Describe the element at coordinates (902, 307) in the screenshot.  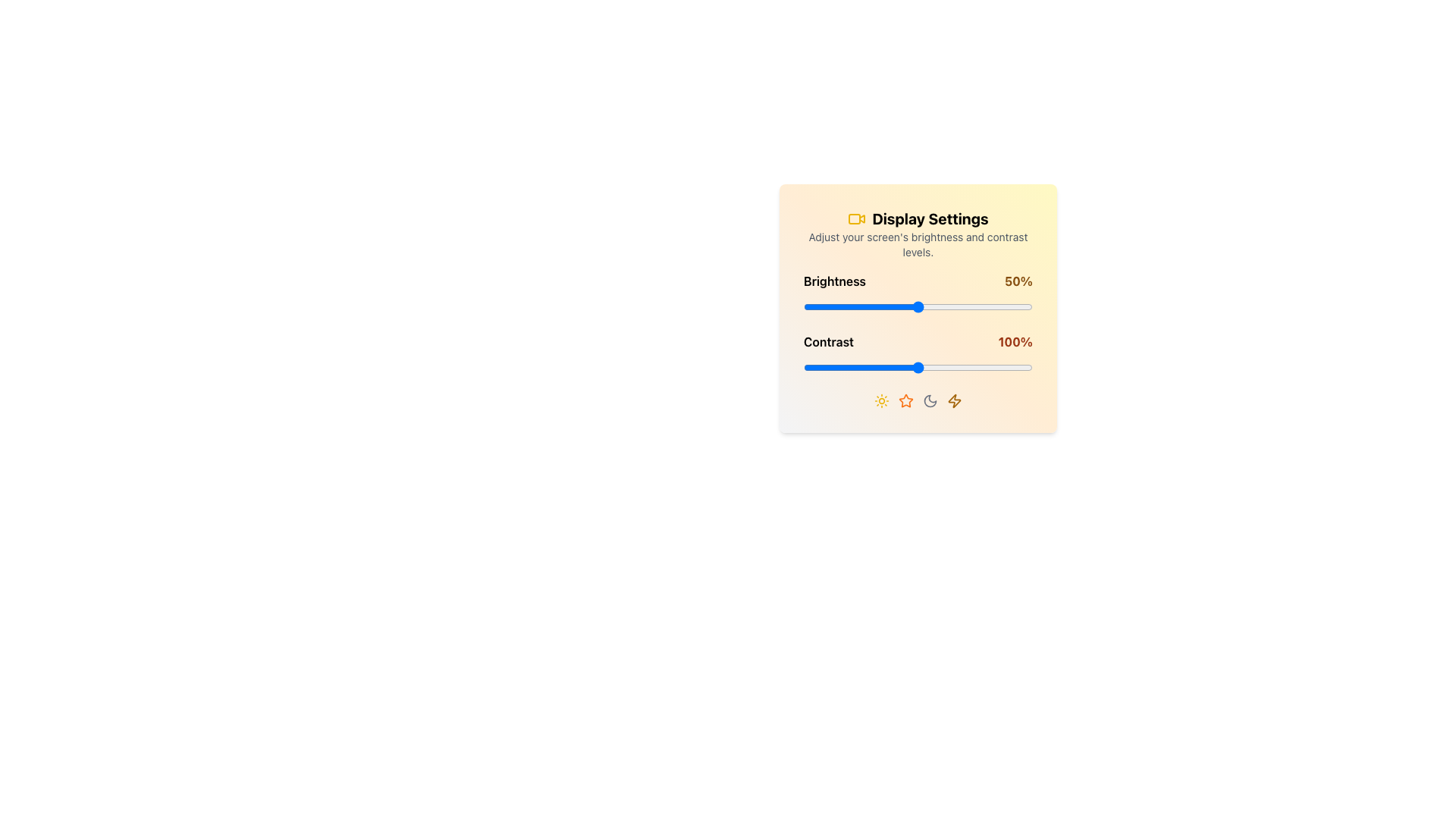
I see `brightness` at that location.